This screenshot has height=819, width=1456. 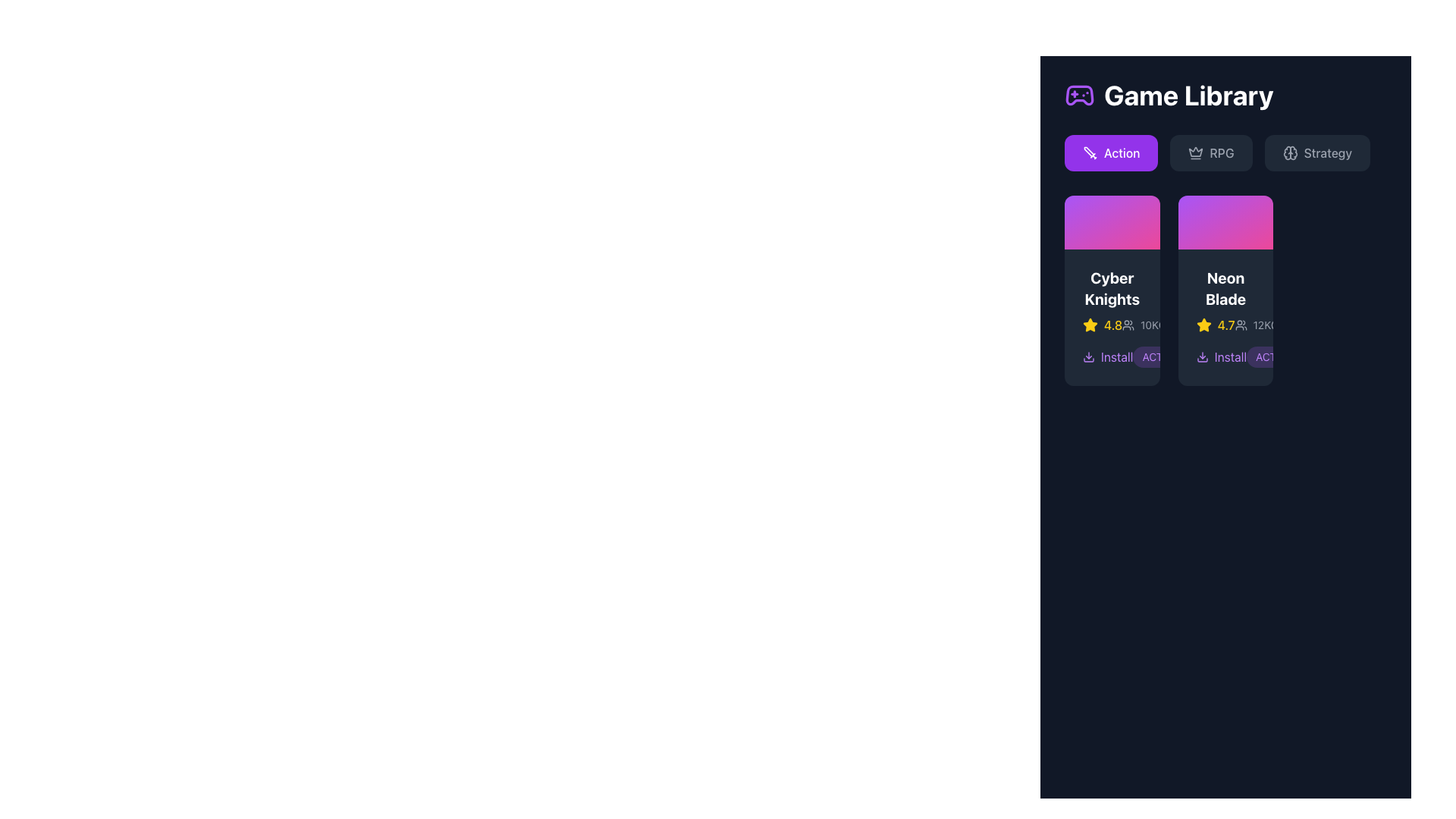 What do you see at coordinates (1112, 222) in the screenshot?
I see `the banner representing the 'Cyber Knights' game, located at the top of the game card, positioned in the first column of the grid layout` at bounding box center [1112, 222].